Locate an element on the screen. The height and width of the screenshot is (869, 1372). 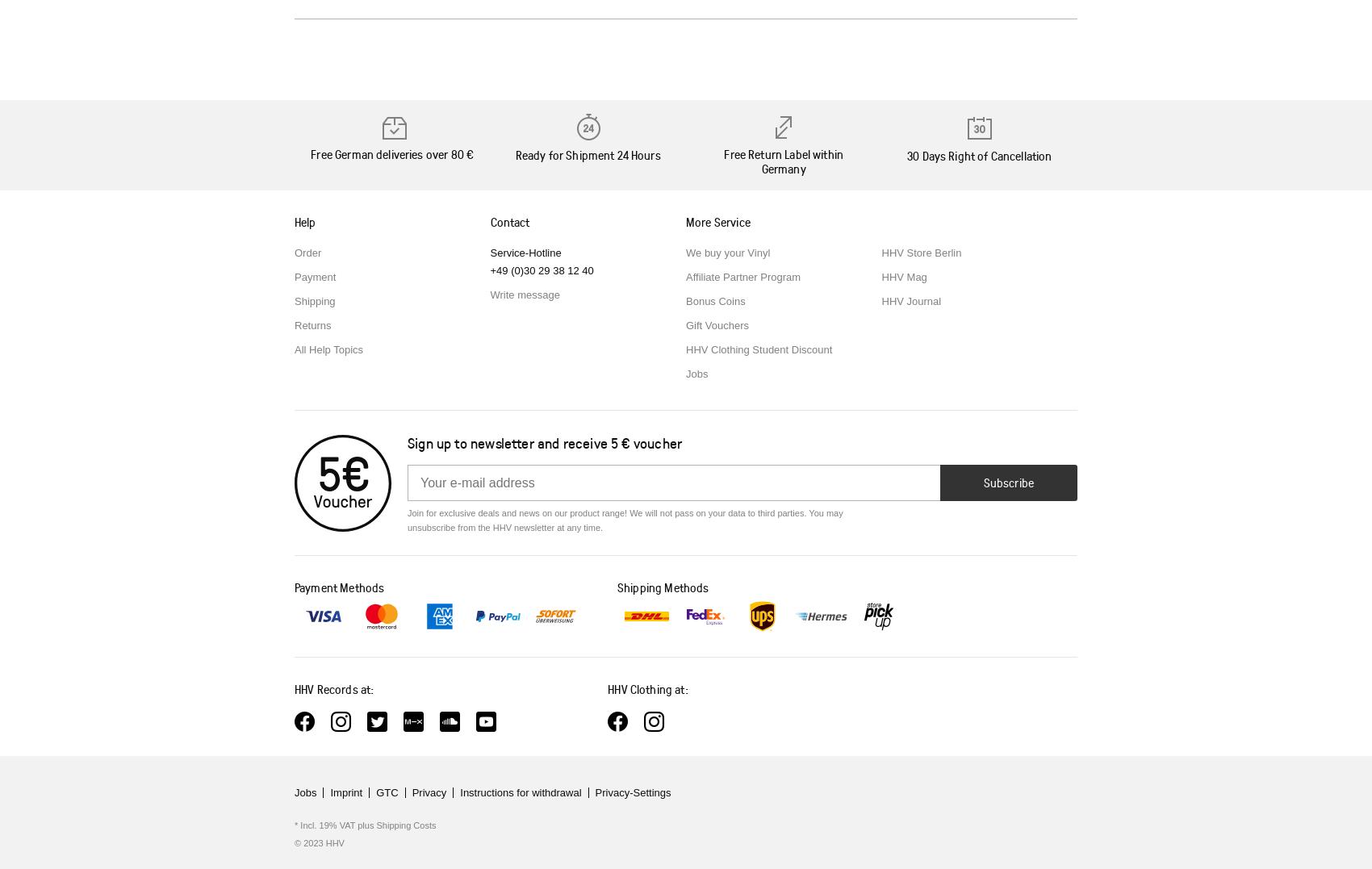
'© 2023 HHV' is located at coordinates (318, 843).